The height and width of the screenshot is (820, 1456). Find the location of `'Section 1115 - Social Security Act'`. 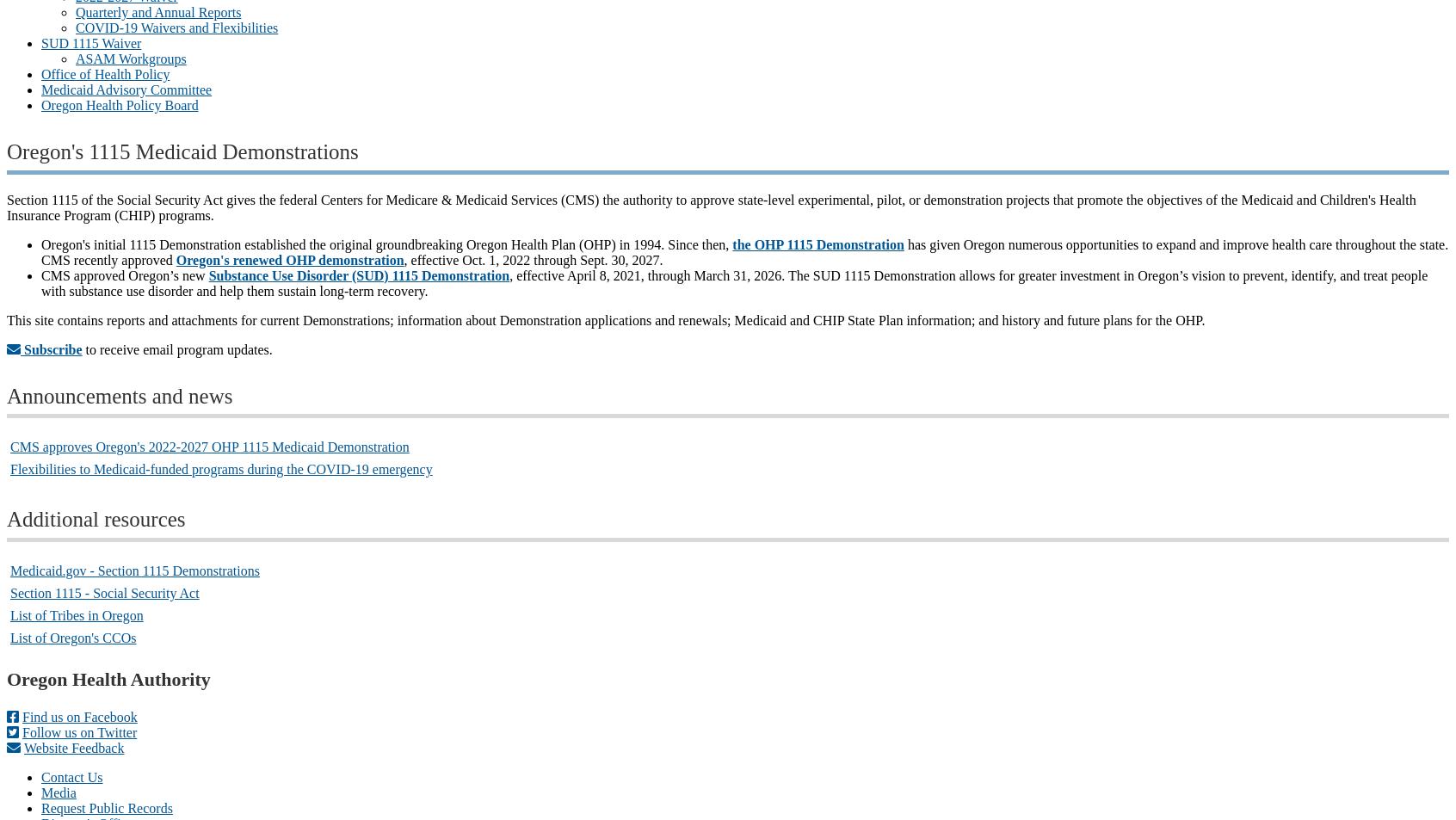

'Section 1115 - Social Security Act' is located at coordinates (104, 592).